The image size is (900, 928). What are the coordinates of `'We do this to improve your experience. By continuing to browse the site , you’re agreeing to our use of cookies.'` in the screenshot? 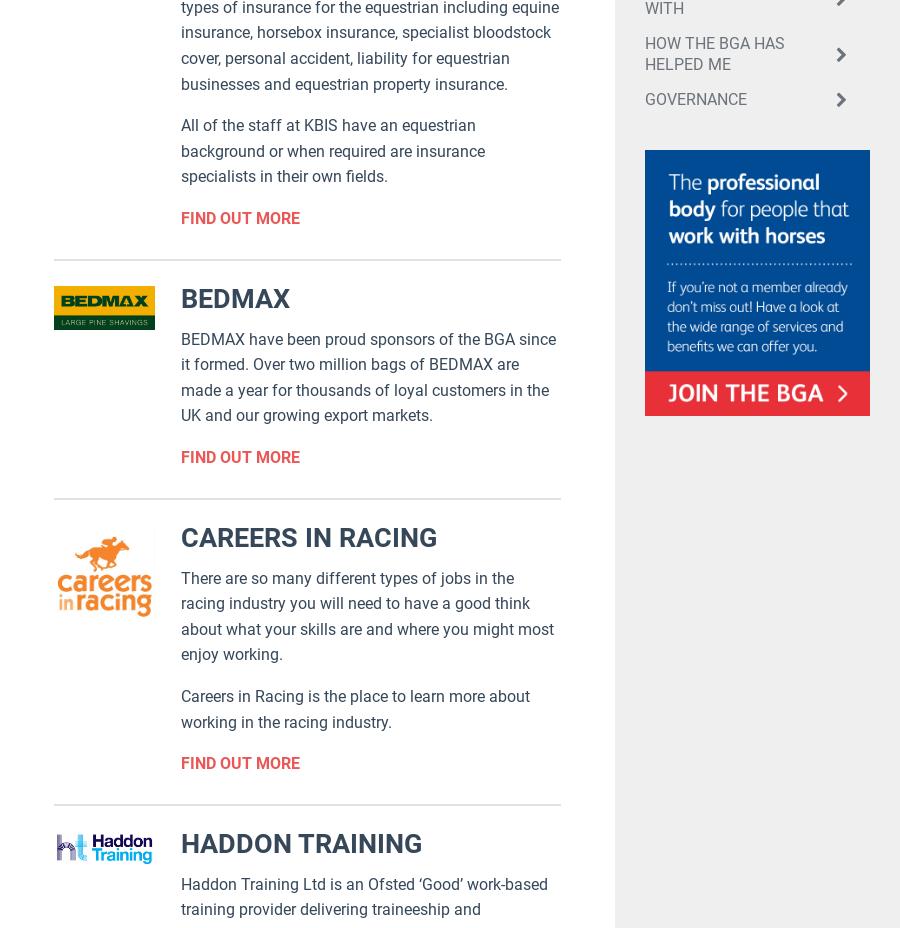 It's located at (475, 33).